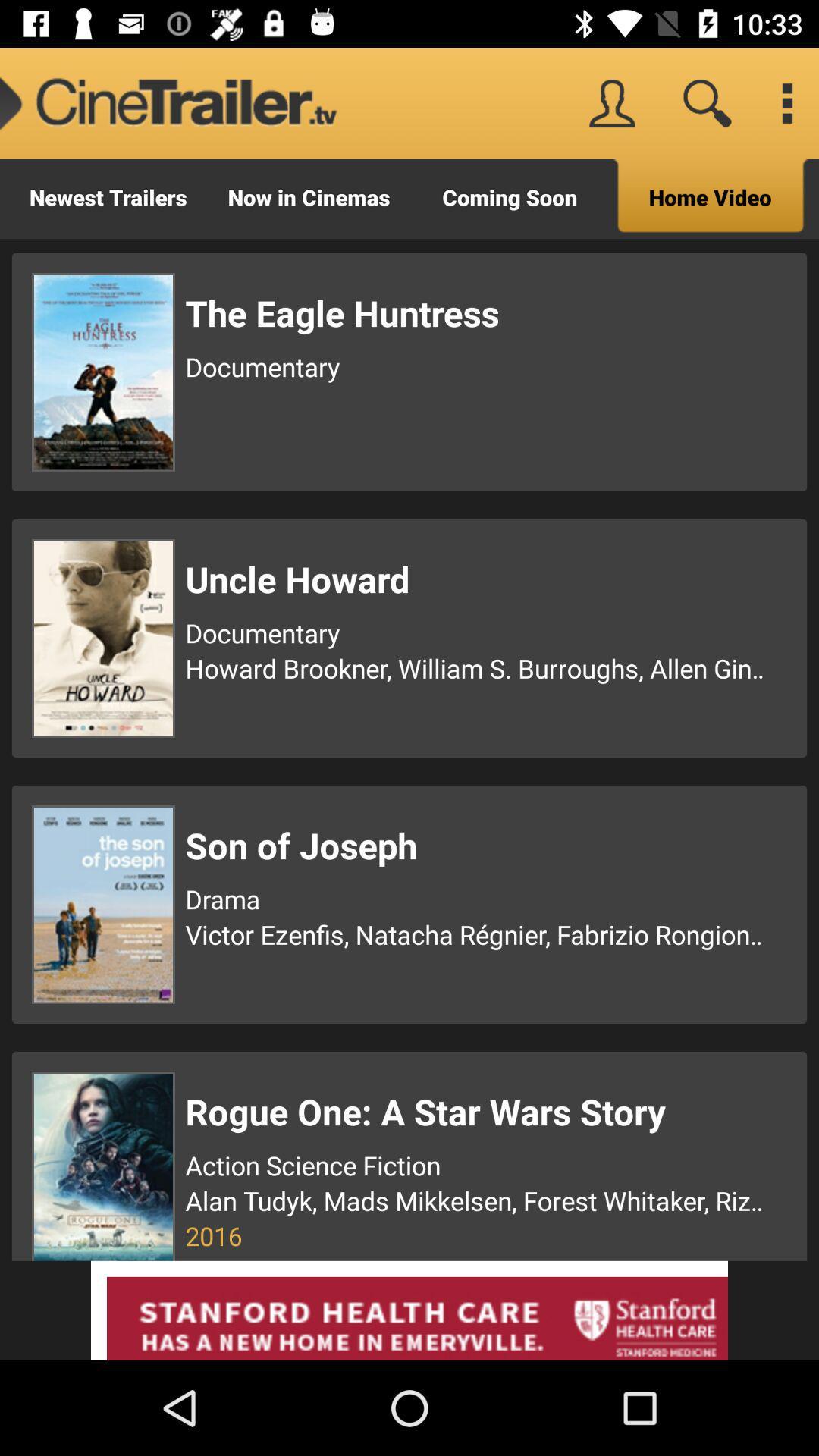 The width and height of the screenshot is (819, 1456). What do you see at coordinates (409, 1310) in the screenshot?
I see `click the blinking box if you would like to learn more about stanford health care` at bounding box center [409, 1310].